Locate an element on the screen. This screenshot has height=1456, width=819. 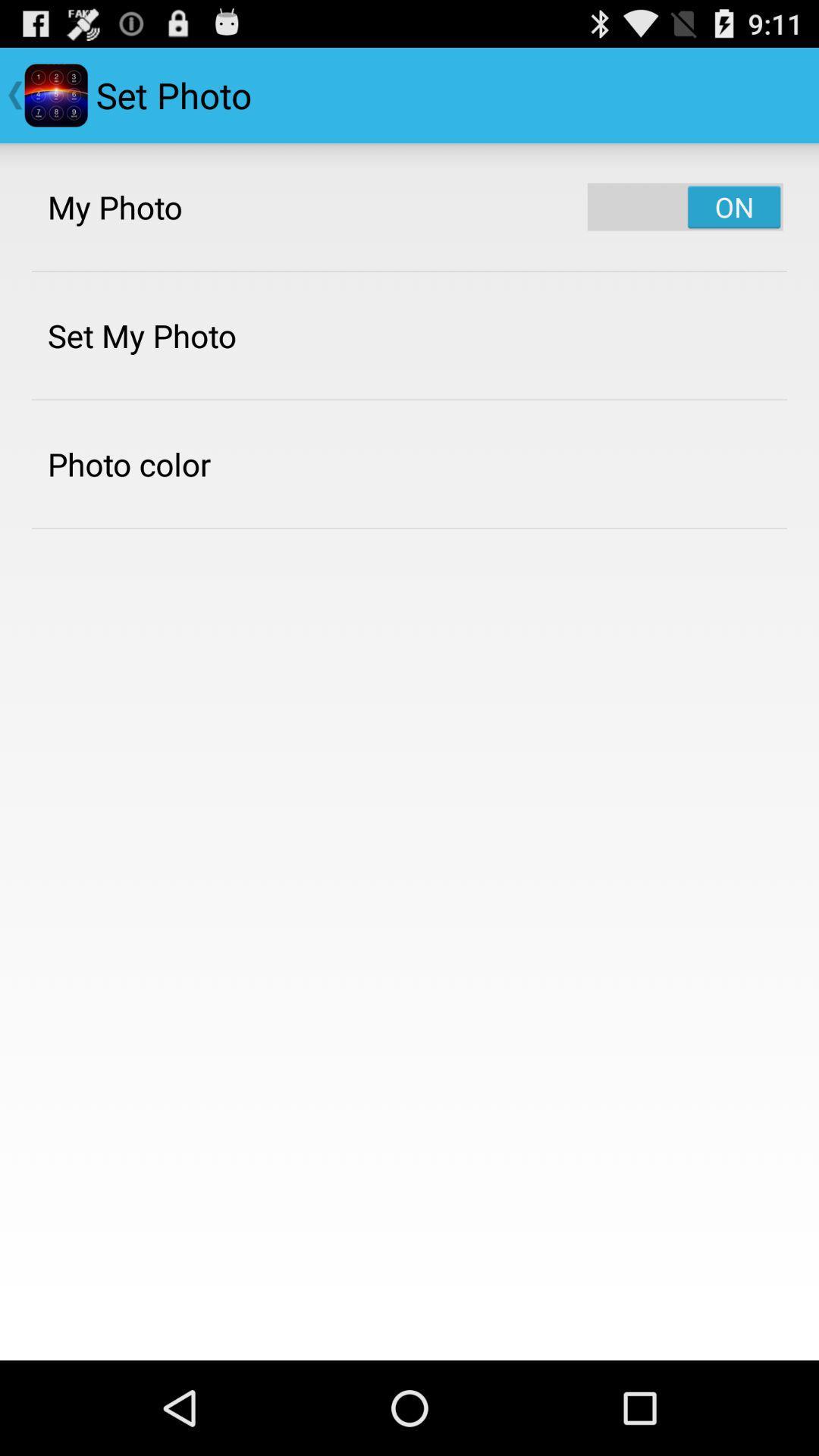
item at the top right corner is located at coordinates (685, 206).